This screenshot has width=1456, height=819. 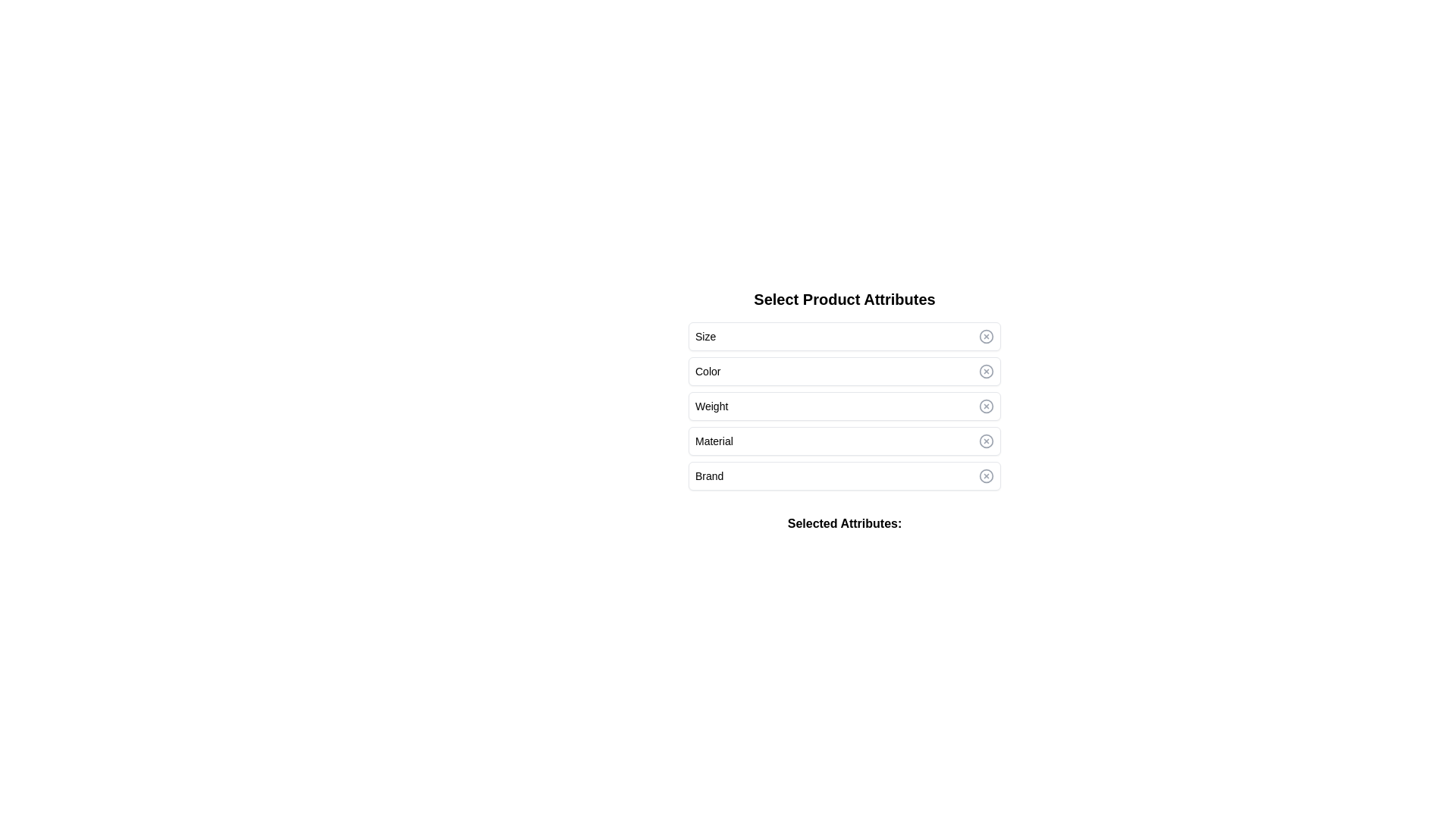 What do you see at coordinates (843, 406) in the screenshot?
I see `the attribute Weight by clicking its row` at bounding box center [843, 406].